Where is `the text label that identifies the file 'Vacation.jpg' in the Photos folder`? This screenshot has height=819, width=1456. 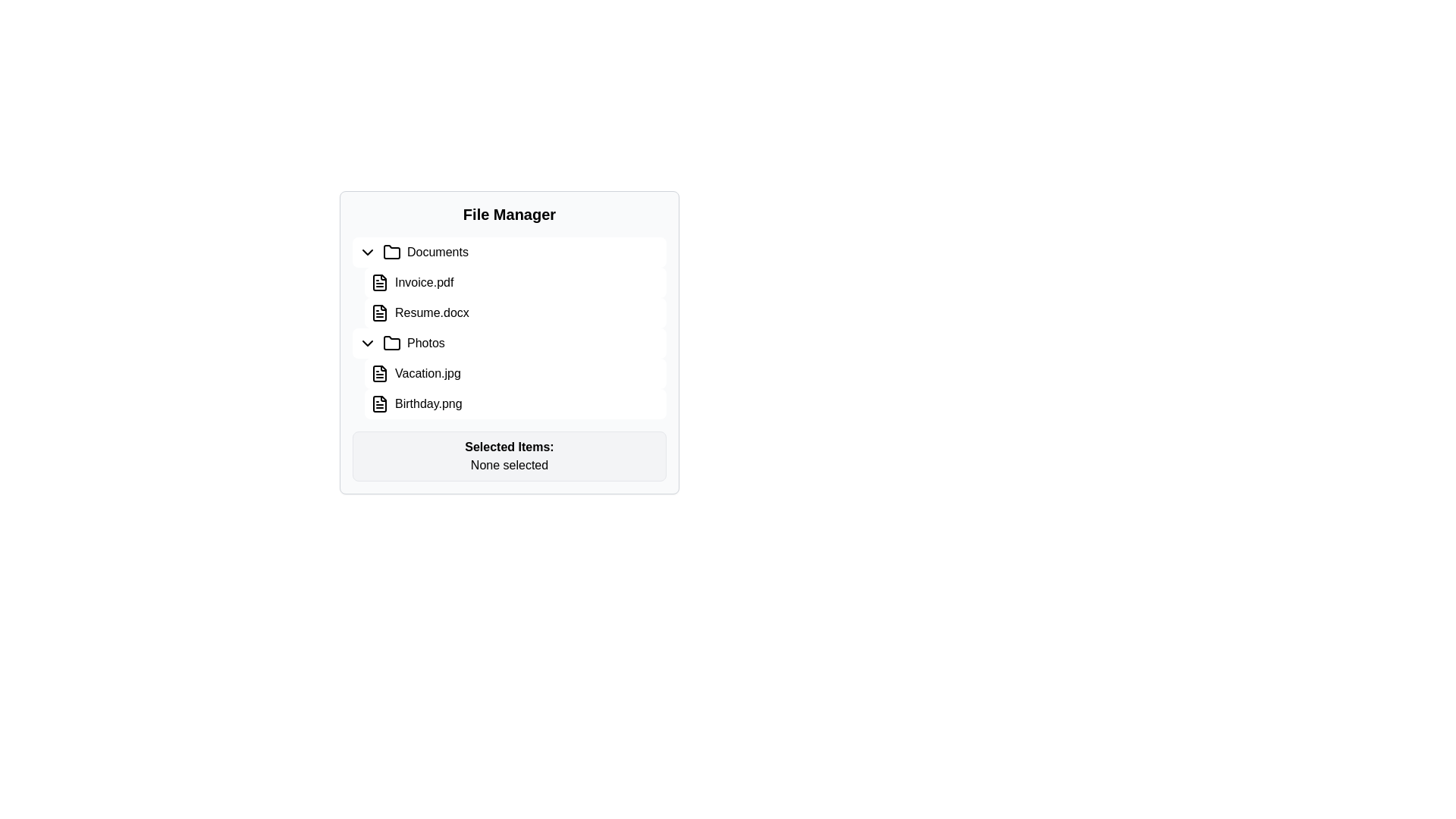
the text label that identifies the file 'Vacation.jpg' in the Photos folder is located at coordinates (427, 374).